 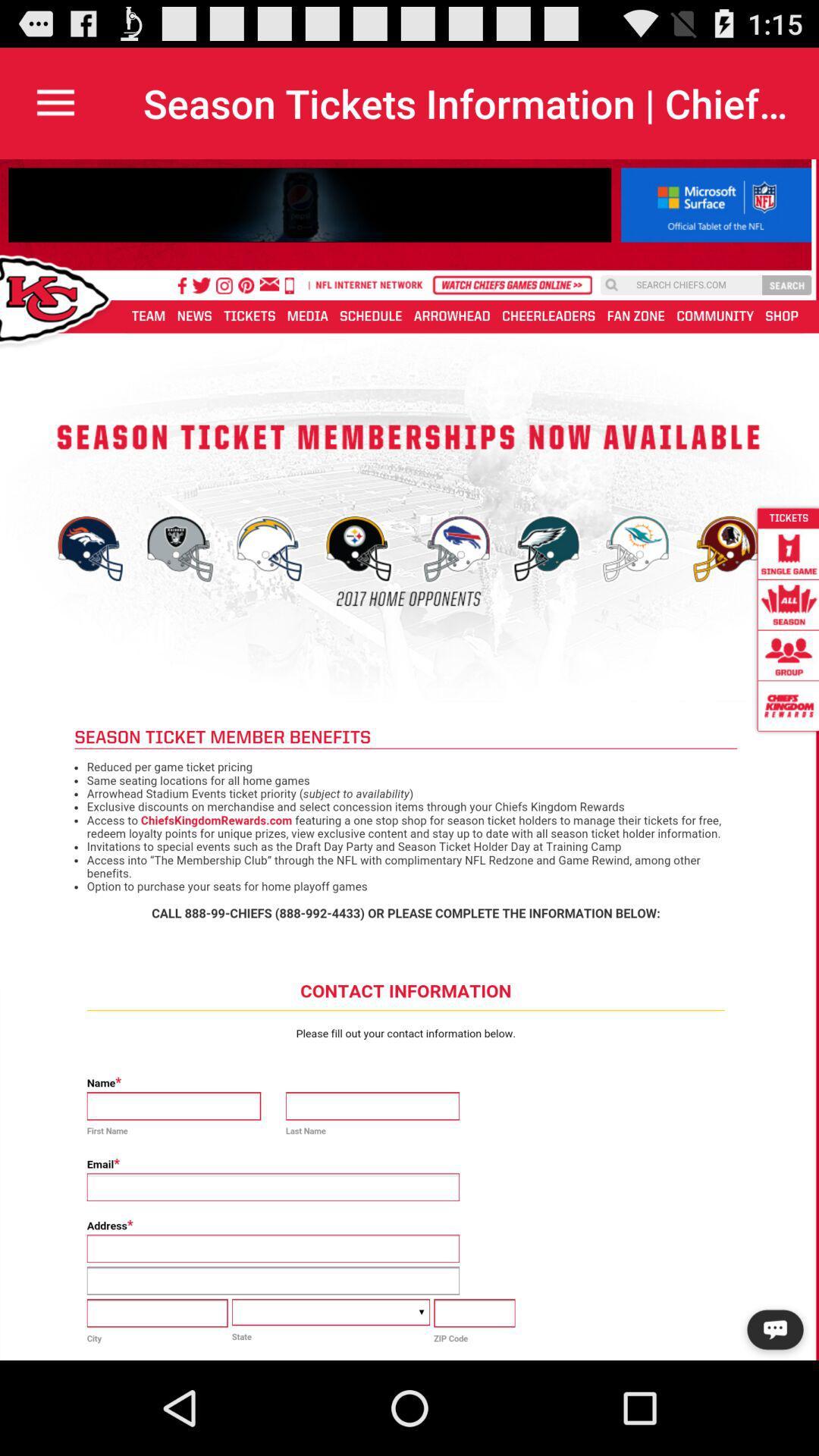 I want to click on application from of text, so click(x=409, y=760).